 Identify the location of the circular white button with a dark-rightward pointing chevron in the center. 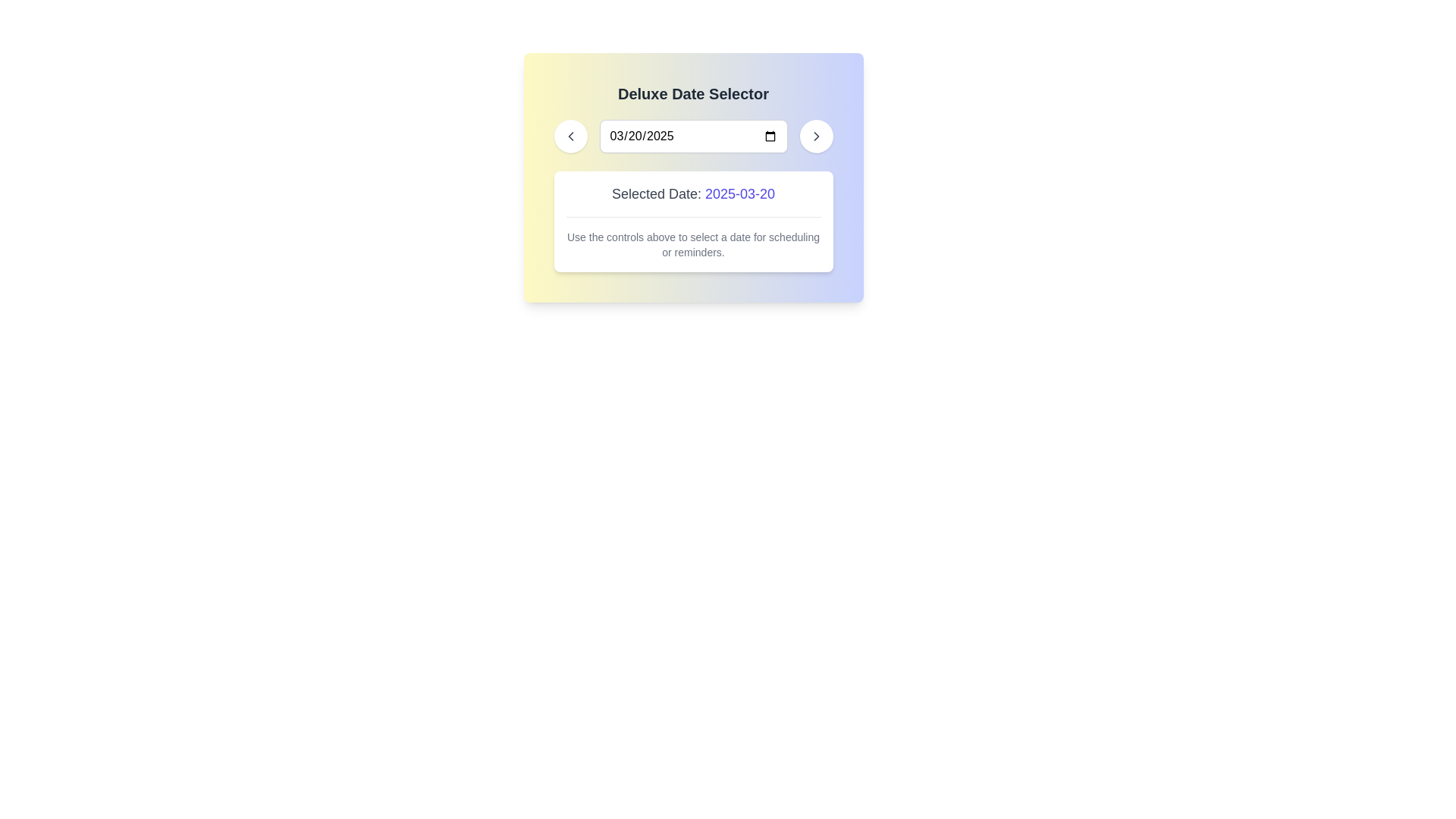
(815, 136).